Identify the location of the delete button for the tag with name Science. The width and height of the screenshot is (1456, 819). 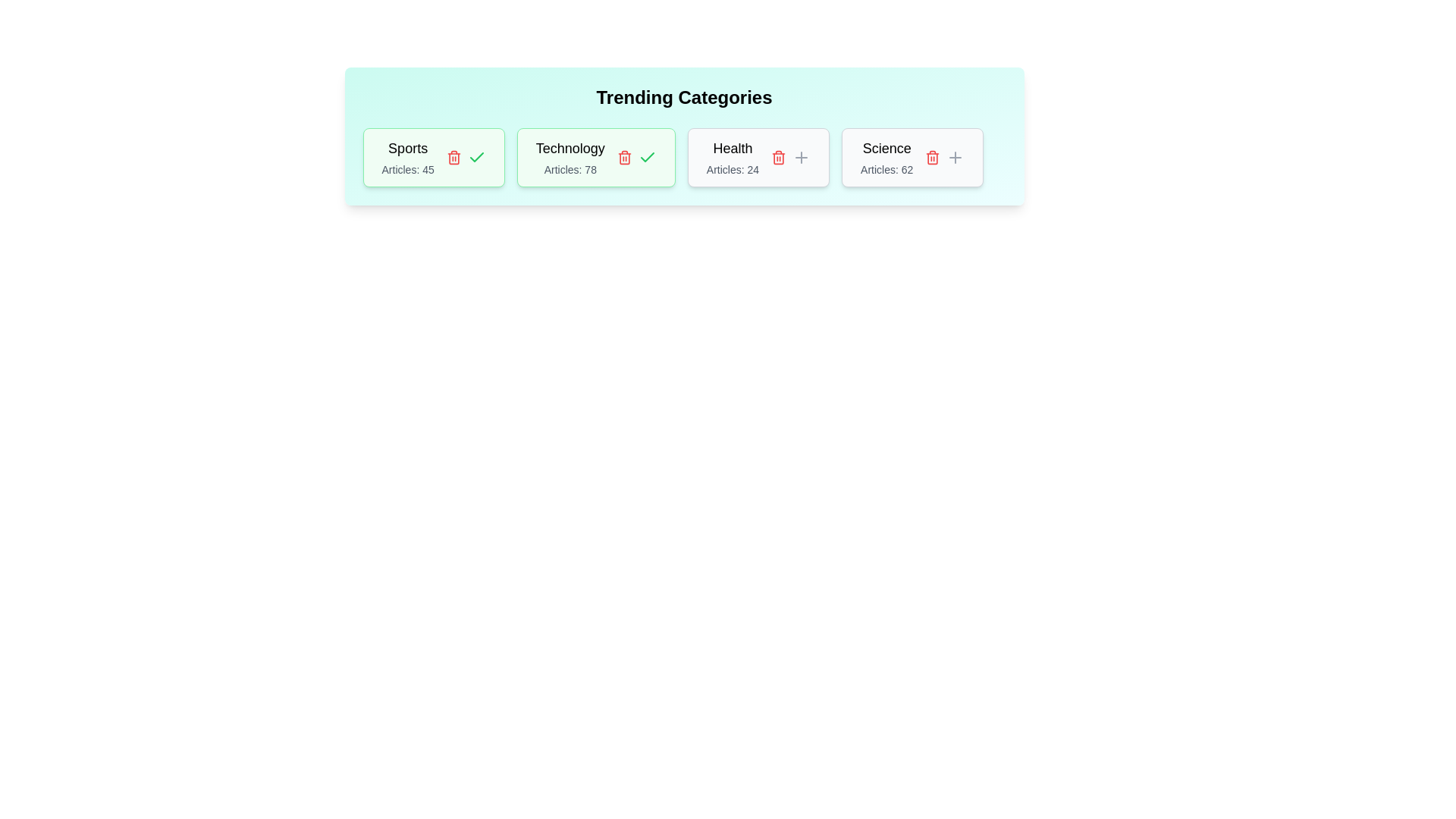
(932, 158).